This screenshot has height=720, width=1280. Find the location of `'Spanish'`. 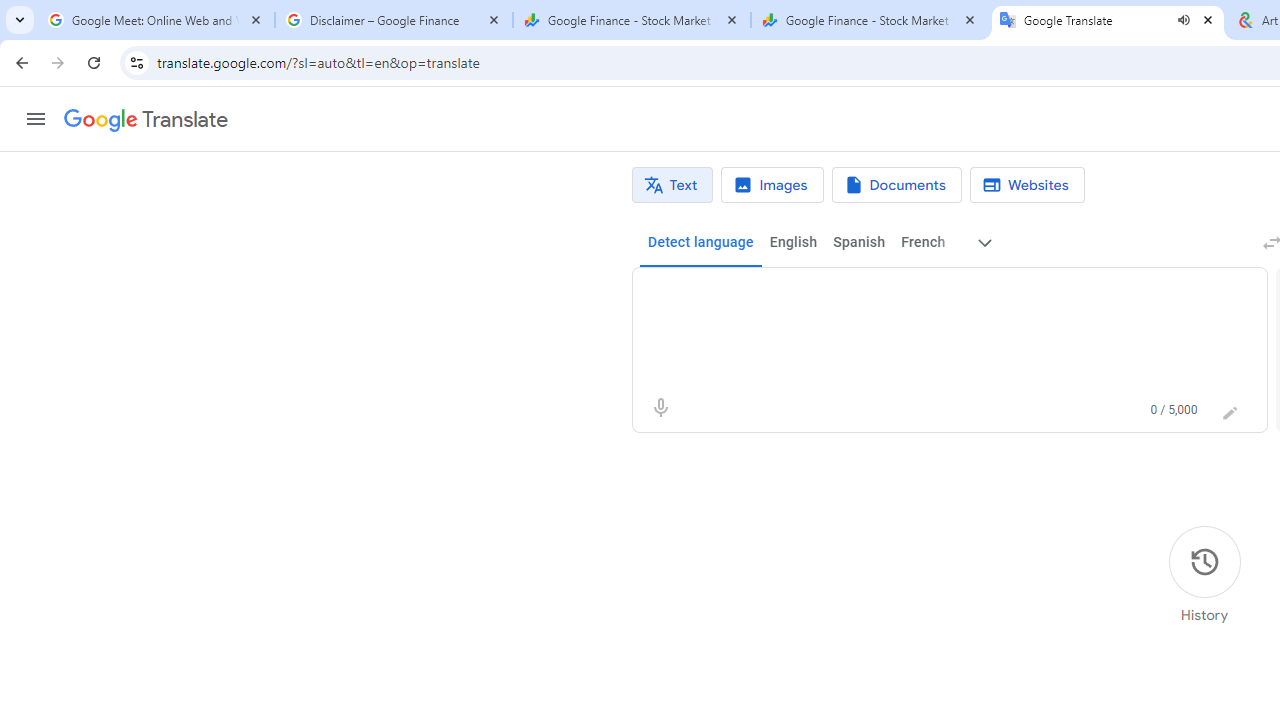

'Spanish' is located at coordinates (858, 242).